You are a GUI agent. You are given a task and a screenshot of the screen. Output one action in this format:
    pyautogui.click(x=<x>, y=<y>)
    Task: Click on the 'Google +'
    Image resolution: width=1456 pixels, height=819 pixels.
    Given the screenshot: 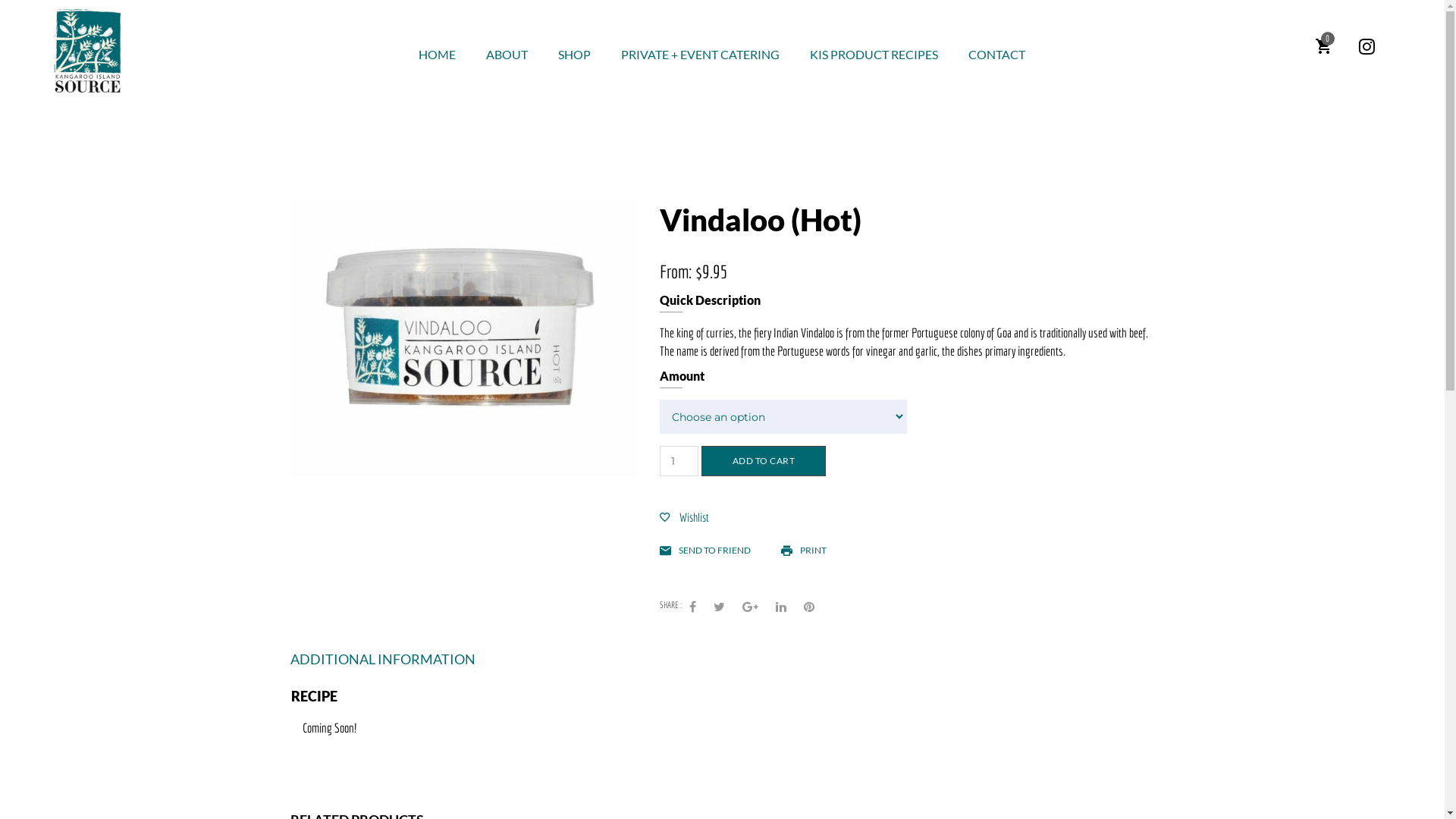 What is the action you would take?
    pyautogui.click(x=750, y=605)
    